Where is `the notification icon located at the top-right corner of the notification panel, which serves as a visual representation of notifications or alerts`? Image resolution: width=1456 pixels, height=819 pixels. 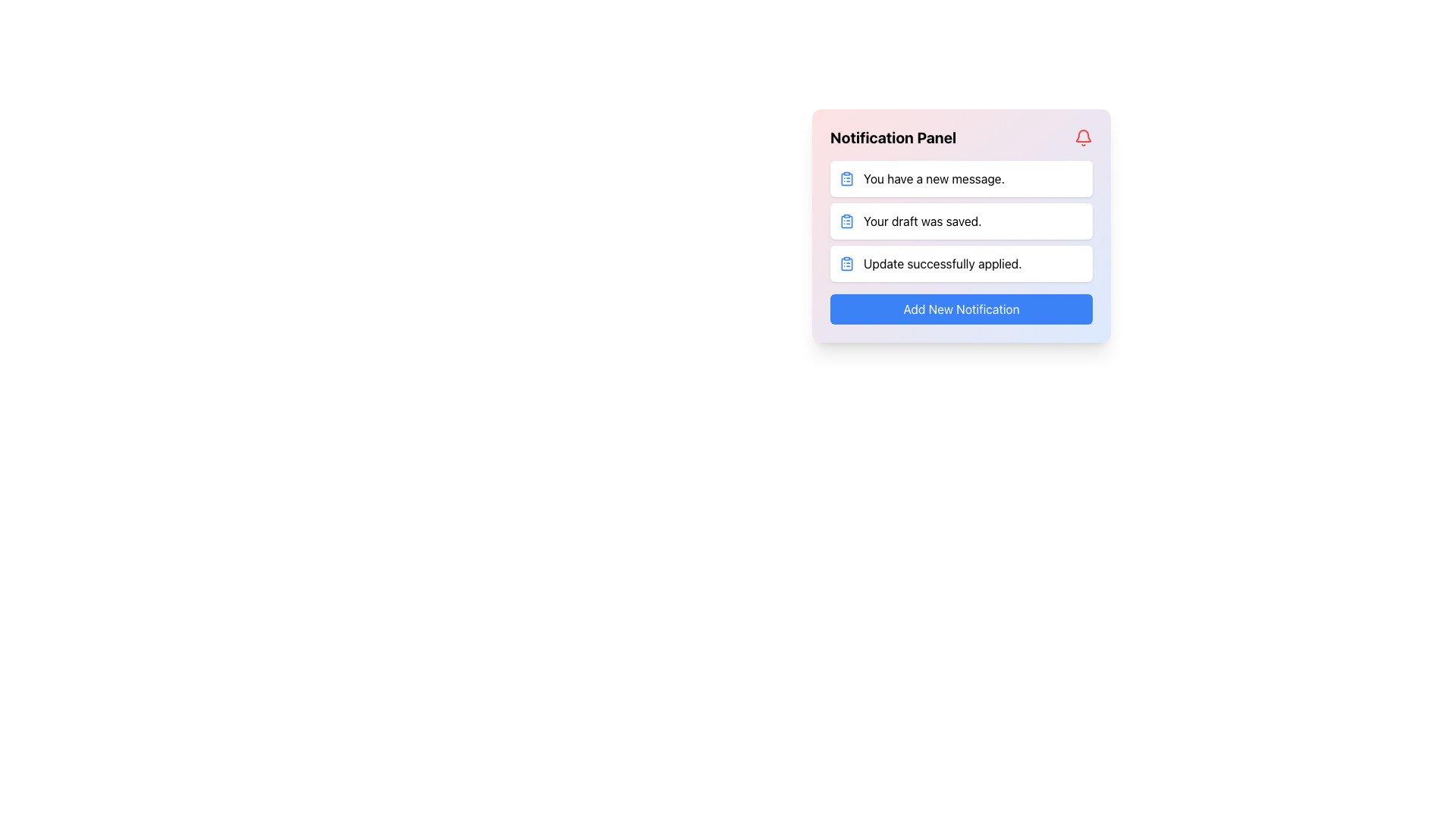 the notification icon located at the top-right corner of the notification panel, which serves as a visual representation of notifications or alerts is located at coordinates (1083, 135).